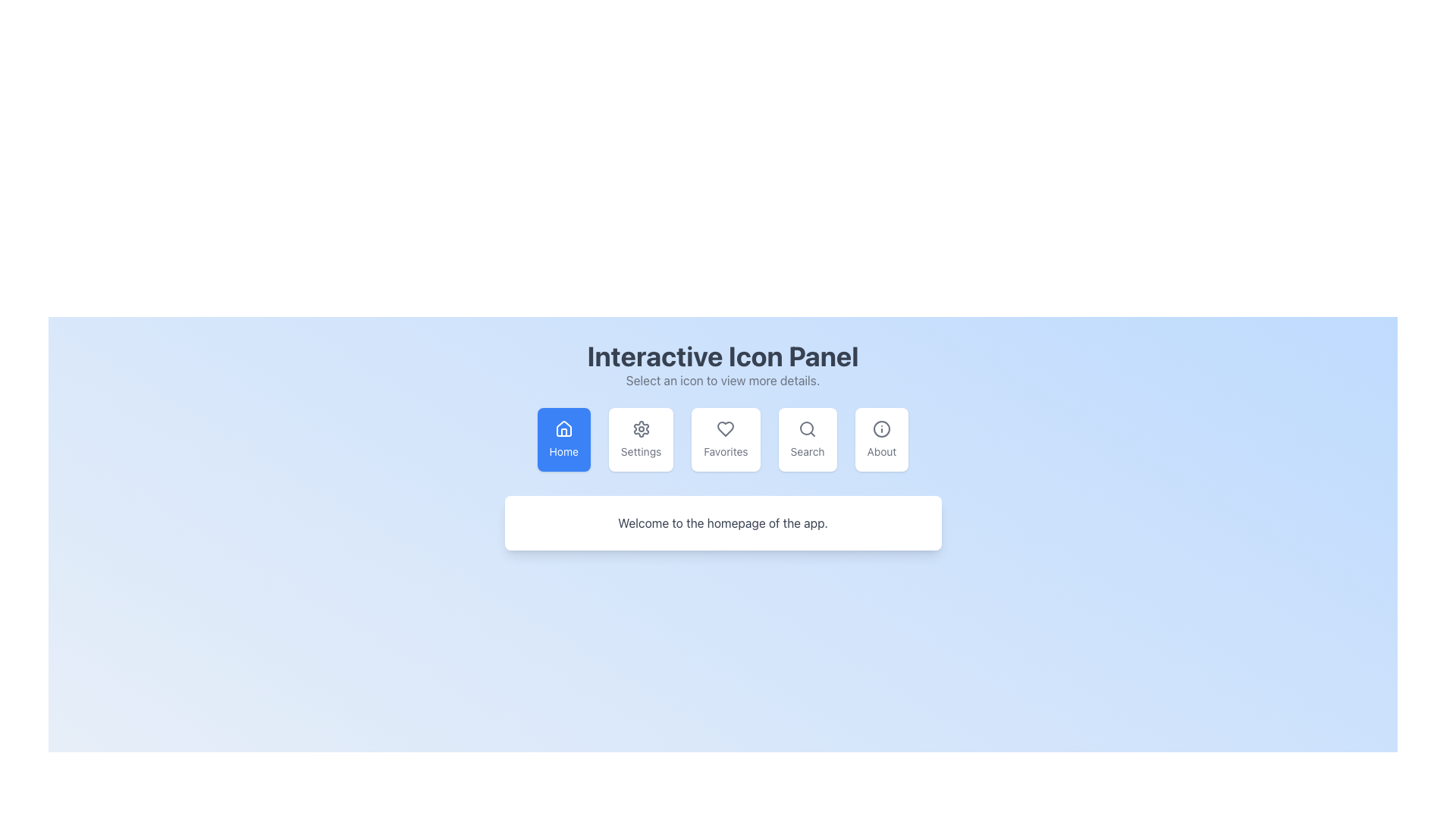 The image size is (1456, 819). What do you see at coordinates (881, 451) in the screenshot?
I see `text label displaying 'About', which is styled in gray and positioned under an icon on the far right of the interactive icon panel` at bounding box center [881, 451].